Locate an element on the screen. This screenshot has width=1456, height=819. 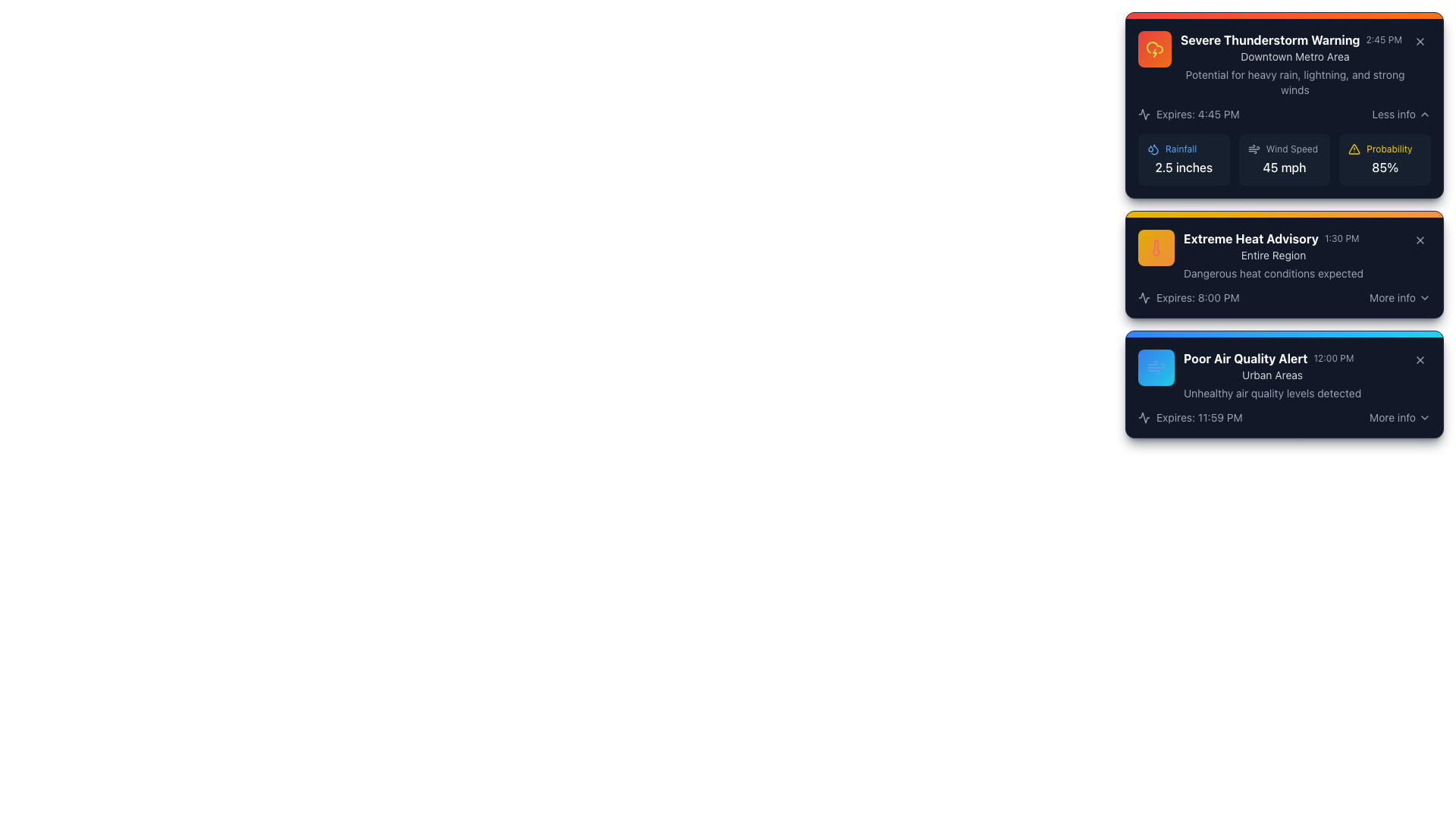
the graphical icon representing a notification related to a waveform or activity, located at the top left of the notification card is located at coordinates (1144, 418).